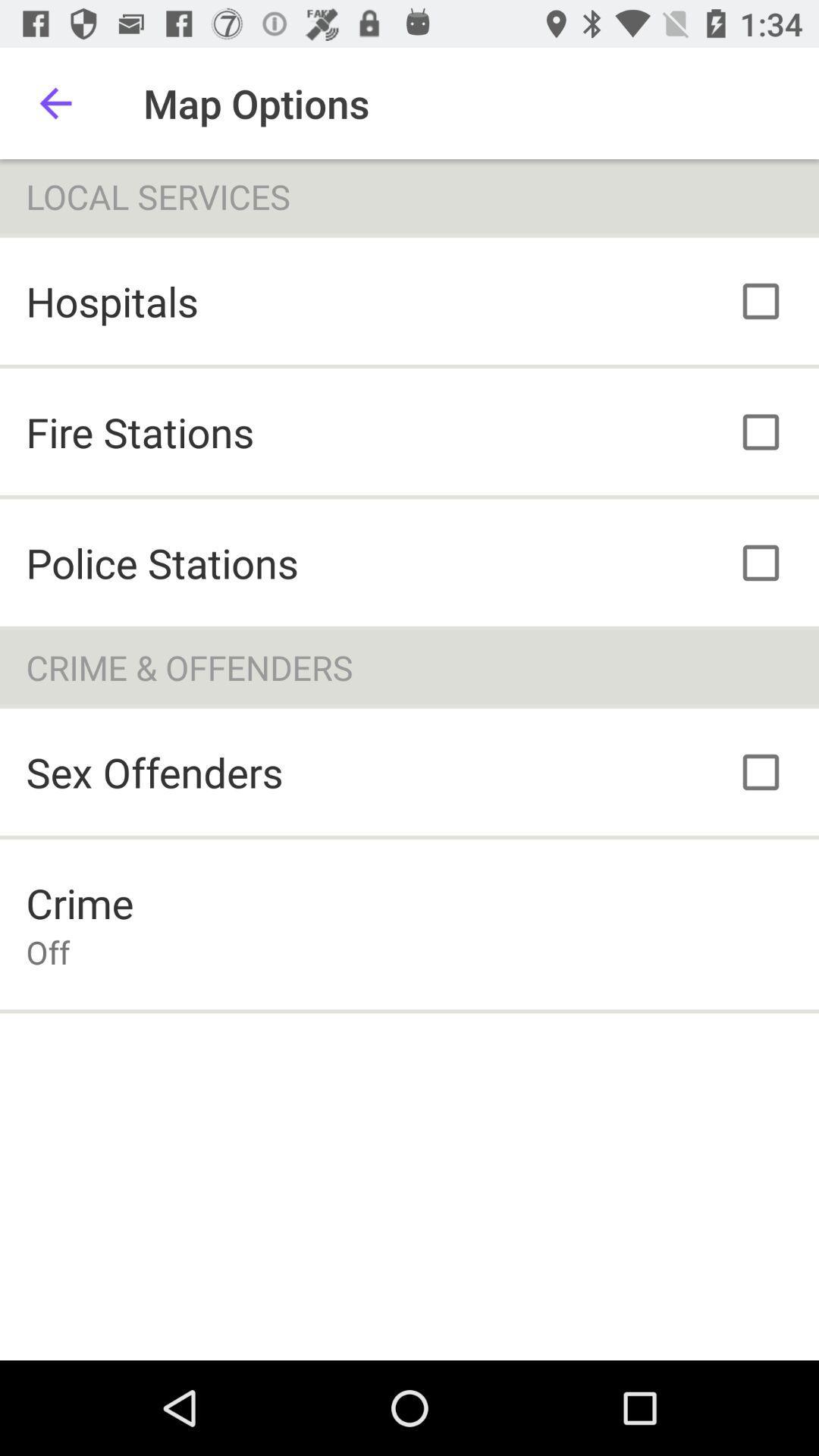  Describe the element at coordinates (55, 102) in the screenshot. I see `icon to the left of map options` at that location.